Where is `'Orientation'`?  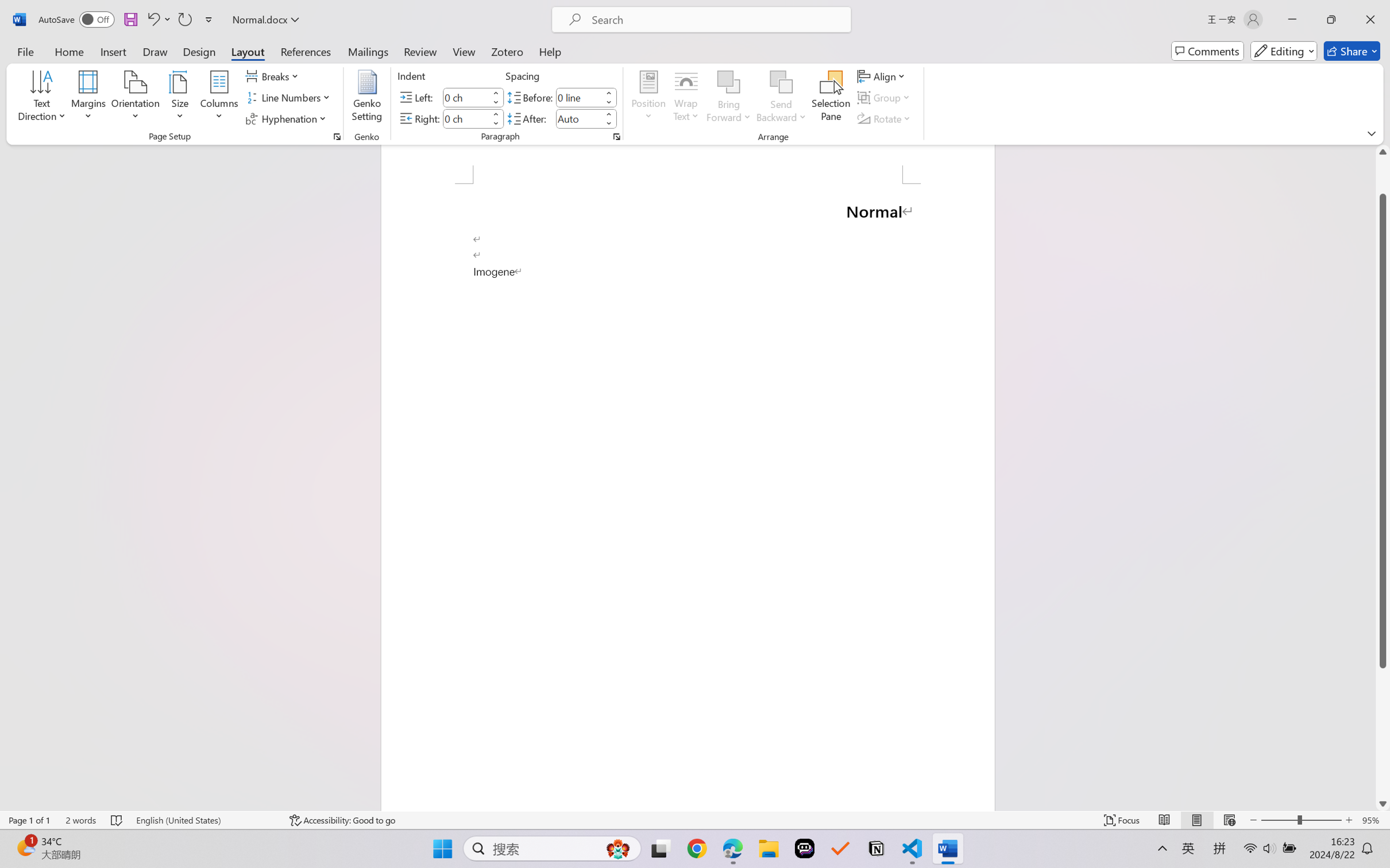 'Orientation' is located at coordinates (135, 98).